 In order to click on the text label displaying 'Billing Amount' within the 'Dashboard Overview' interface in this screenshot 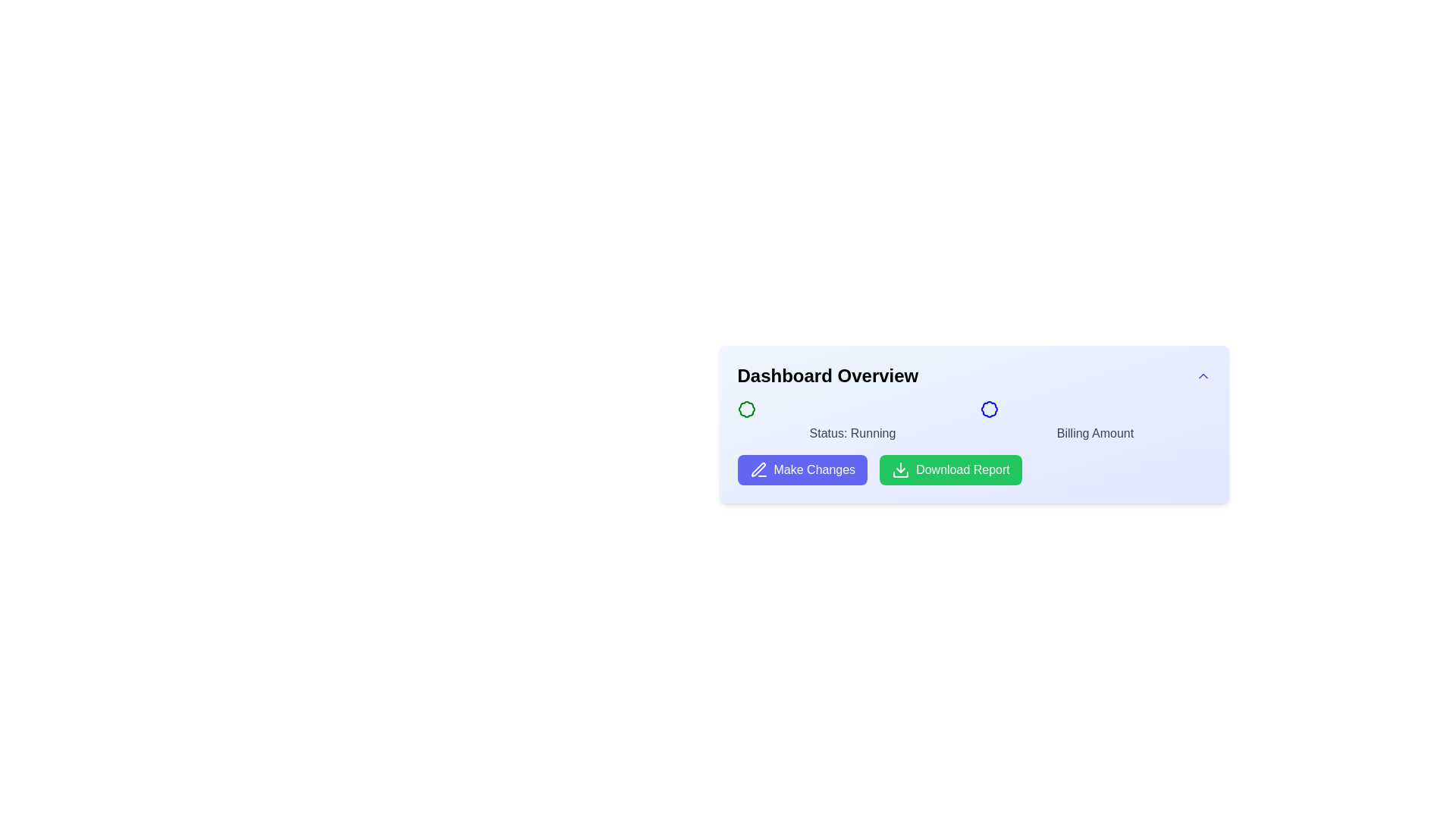, I will do `click(1095, 433)`.